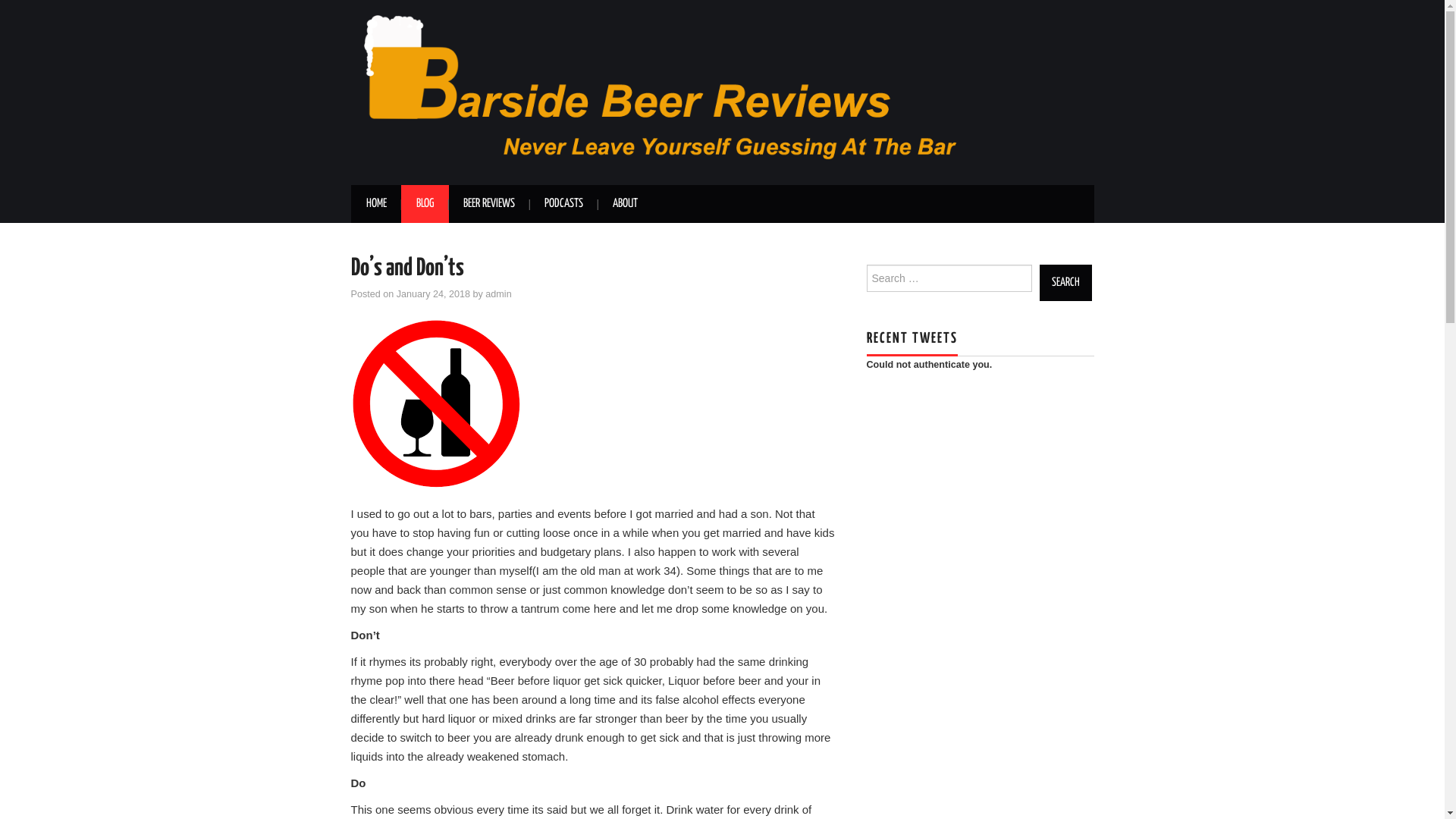 The width and height of the screenshot is (1456, 819). What do you see at coordinates (596, 203) in the screenshot?
I see `'ABOUT'` at bounding box center [596, 203].